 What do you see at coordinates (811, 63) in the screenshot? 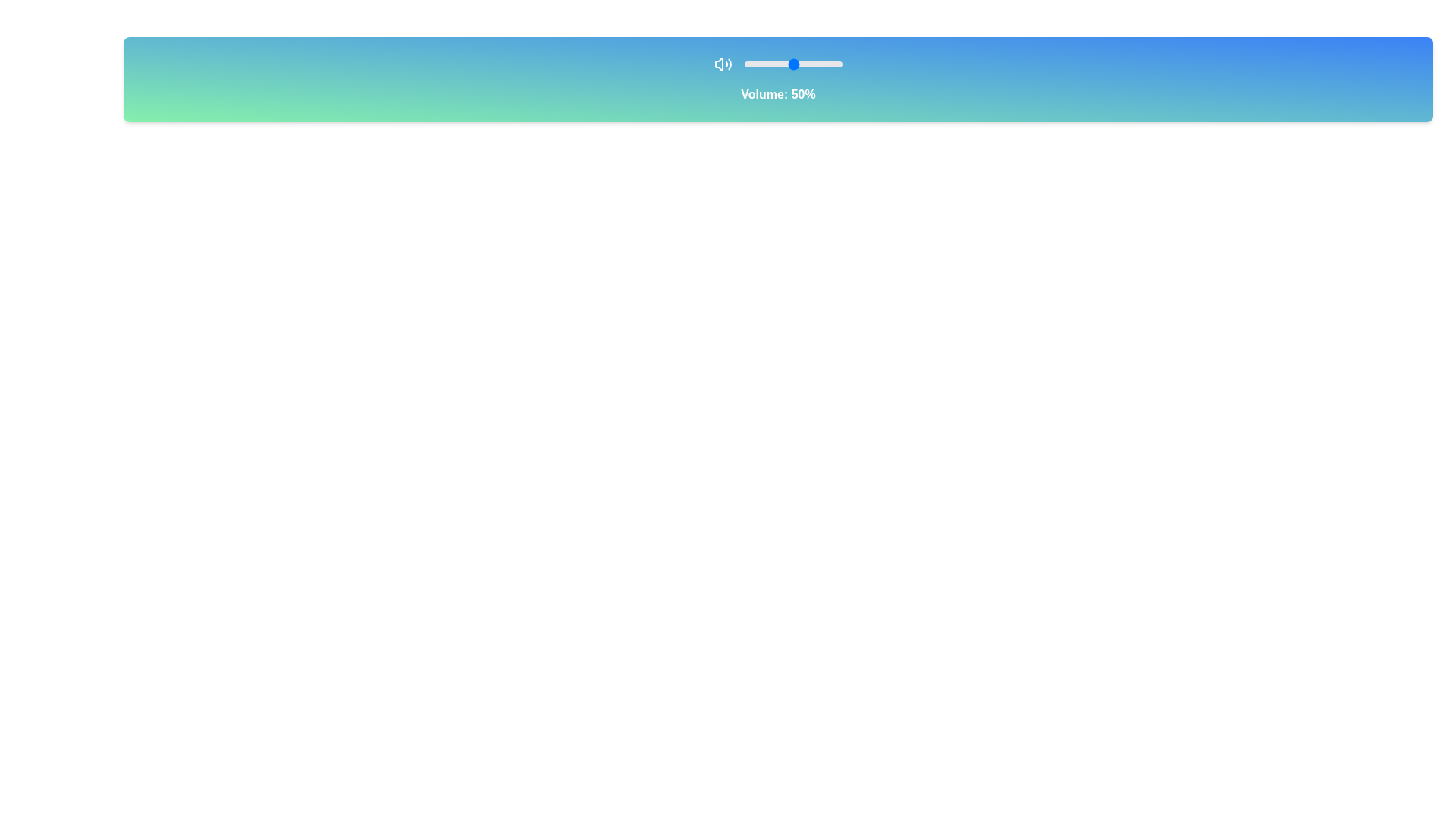
I see `the slider` at bounding box center [811, 63].